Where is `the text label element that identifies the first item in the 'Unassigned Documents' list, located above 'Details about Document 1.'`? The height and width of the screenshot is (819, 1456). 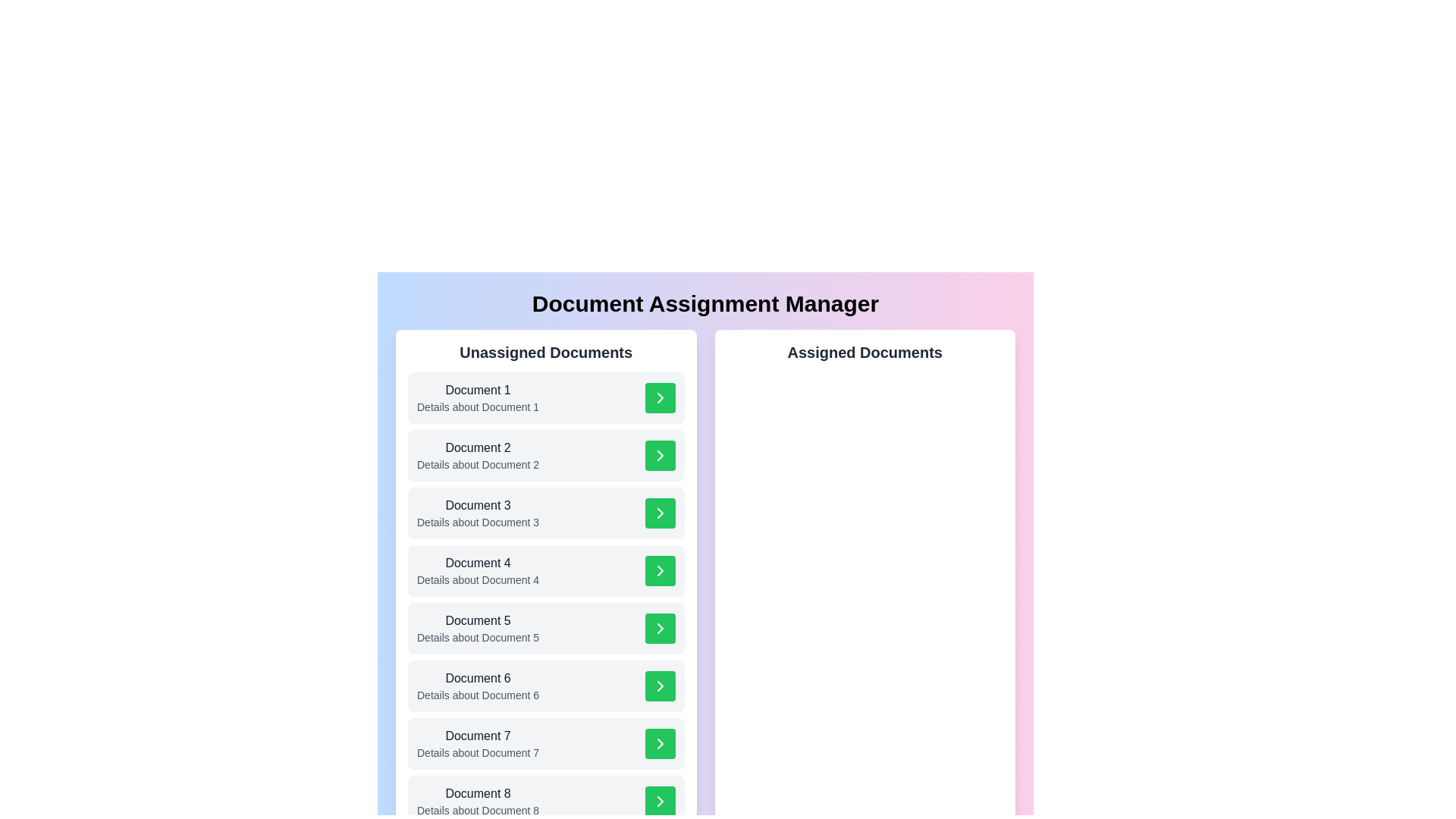
the text label element that identifies the first item in the 'Unassigned Documents' list, located above 'Details about Document 1.' is located at coordinates (477, 390).